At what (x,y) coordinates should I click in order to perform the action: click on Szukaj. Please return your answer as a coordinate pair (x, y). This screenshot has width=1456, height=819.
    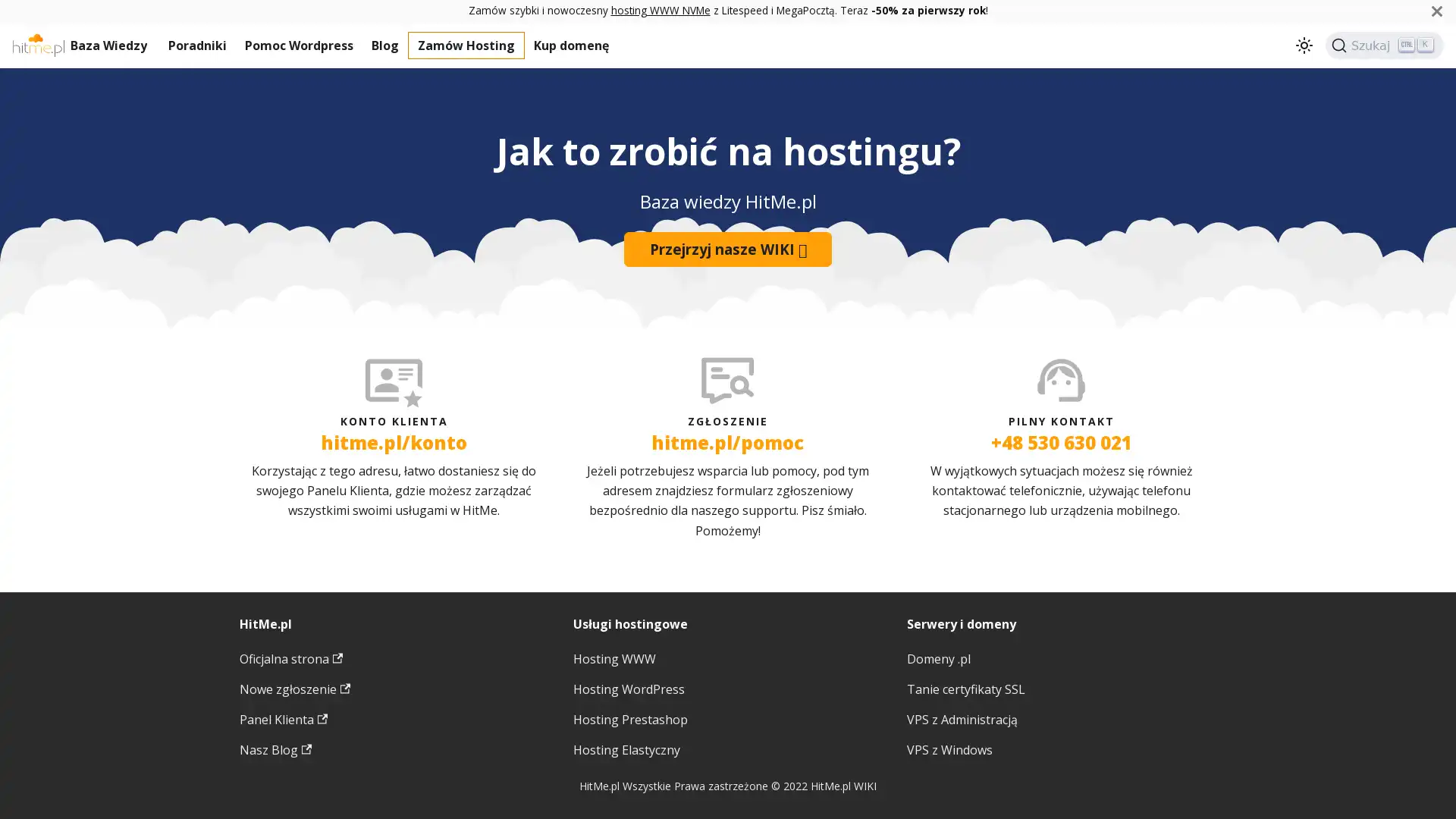
    Looking at the image, I should click on (1384, 45).